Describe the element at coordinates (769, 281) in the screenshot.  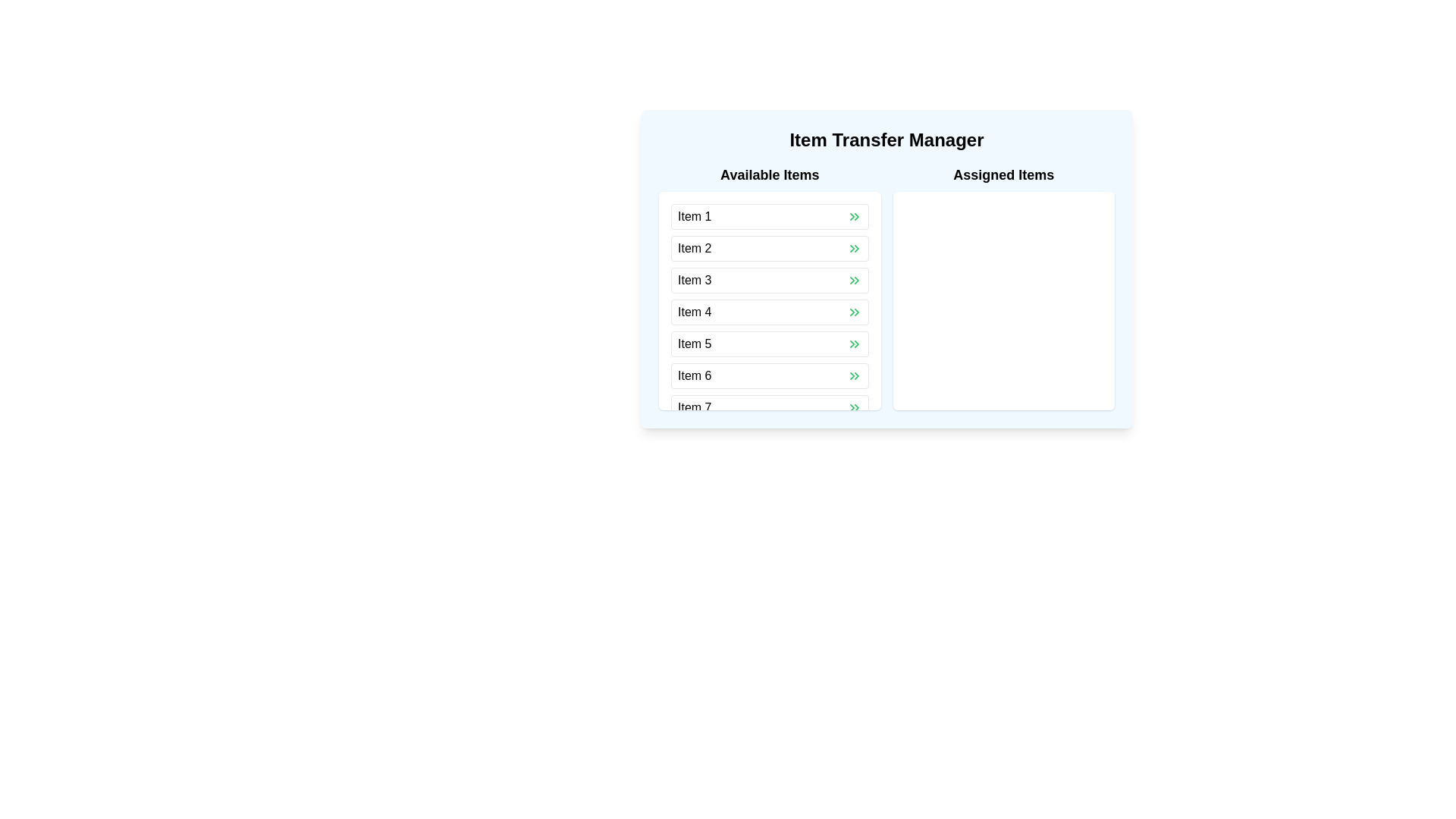
I see `the chevron of the third selectable list item in the 'Available Items' section of the 'Item Transfer Manager' panel to initiate an action` at that location.